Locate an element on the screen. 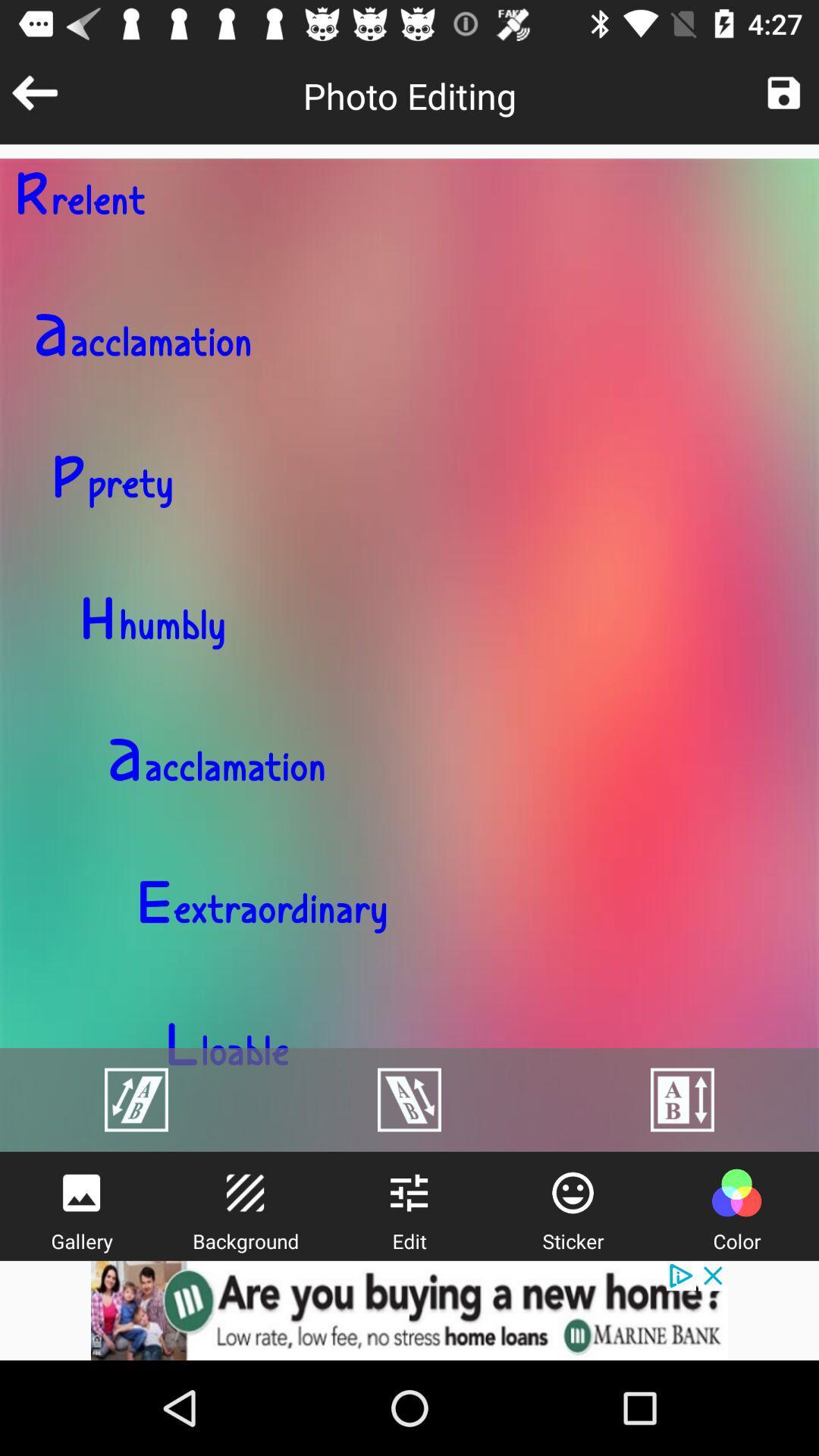 Image resolution: width=819 pixels, height=1456 pixels. change text color is located at coordinates (736, 1192).